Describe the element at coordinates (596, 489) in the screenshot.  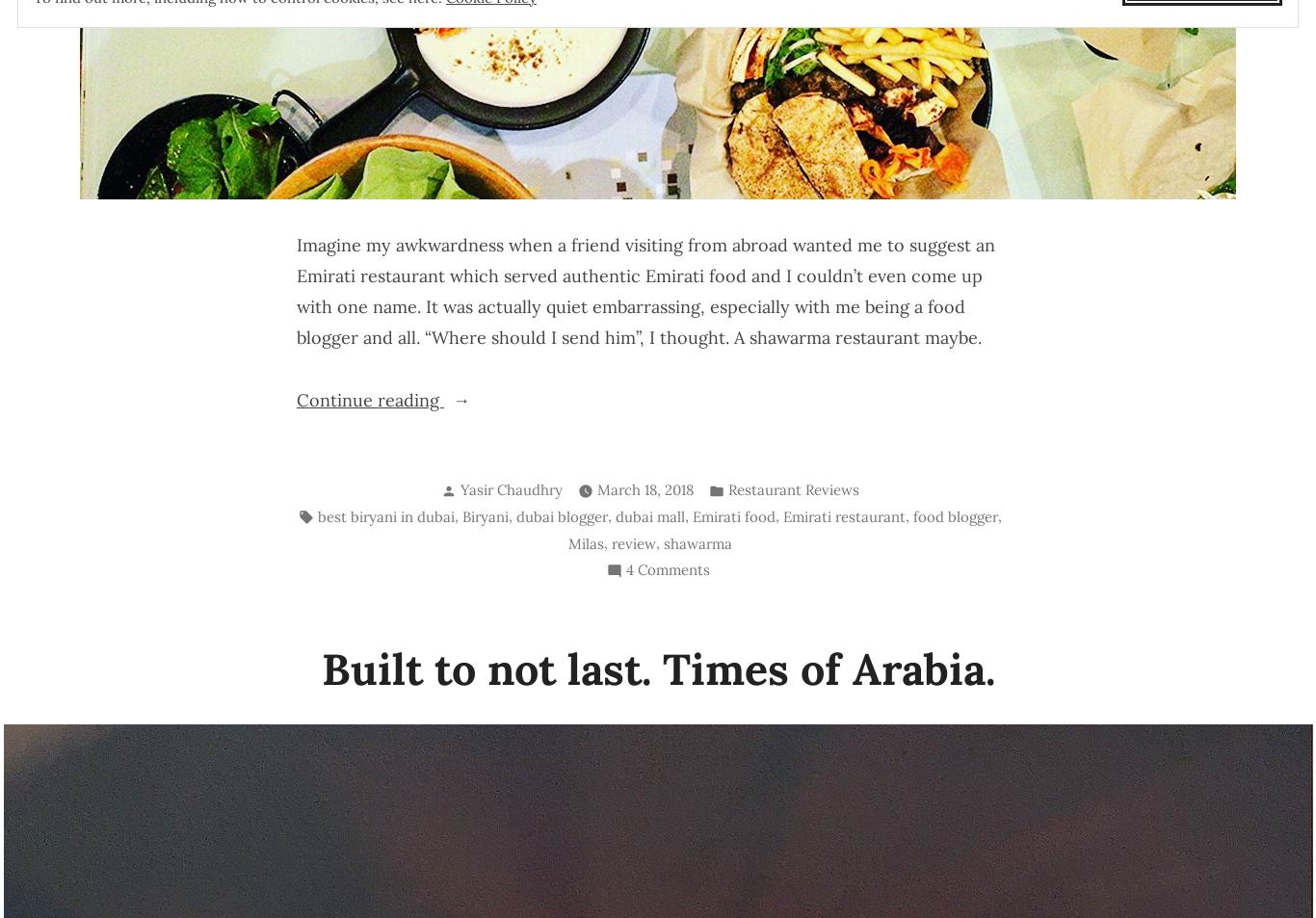
I see `'March 18, 2018'` at that location.